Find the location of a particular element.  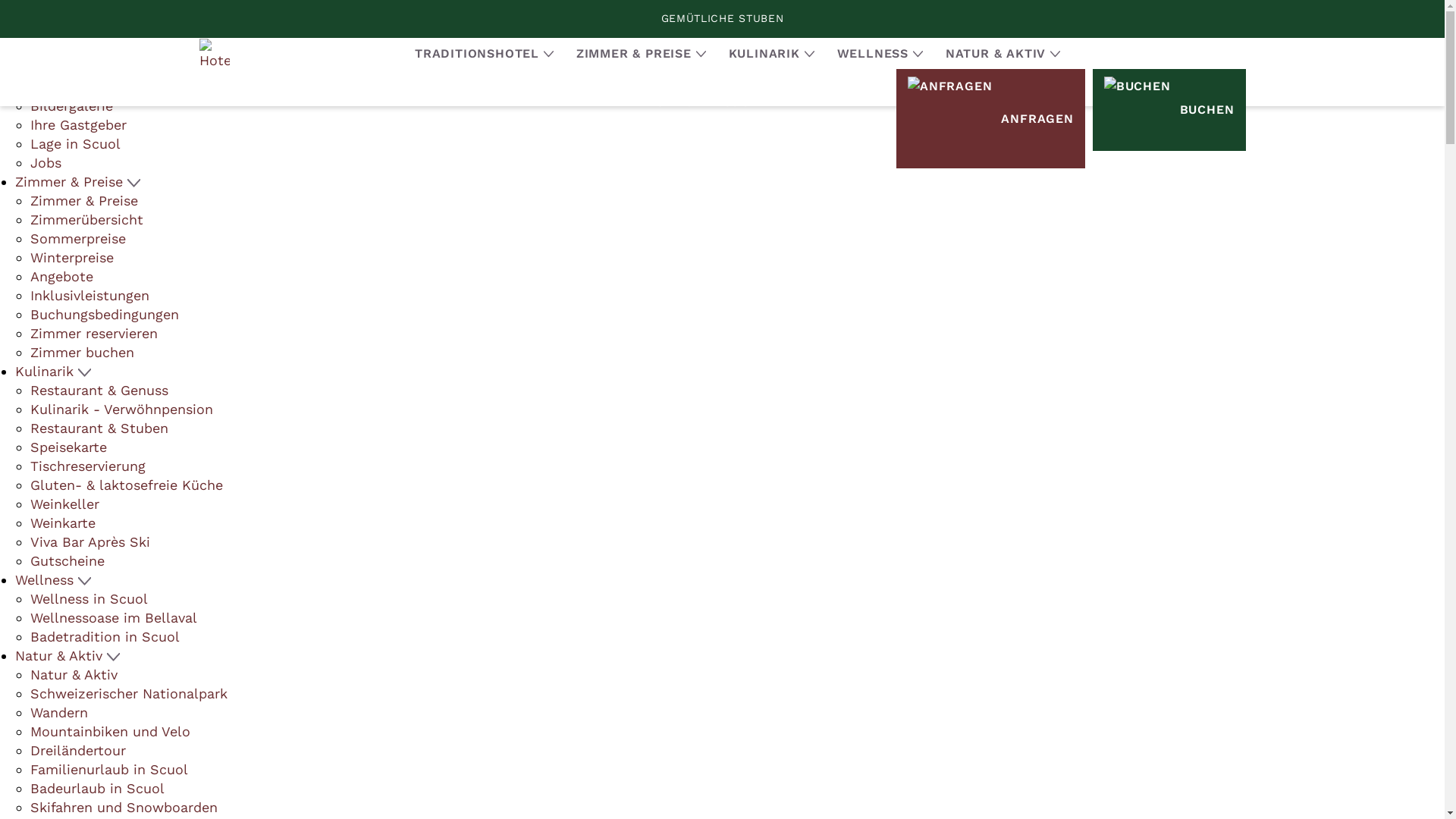

'Restaurant & Stuben' is located at coordinates (98, 428).